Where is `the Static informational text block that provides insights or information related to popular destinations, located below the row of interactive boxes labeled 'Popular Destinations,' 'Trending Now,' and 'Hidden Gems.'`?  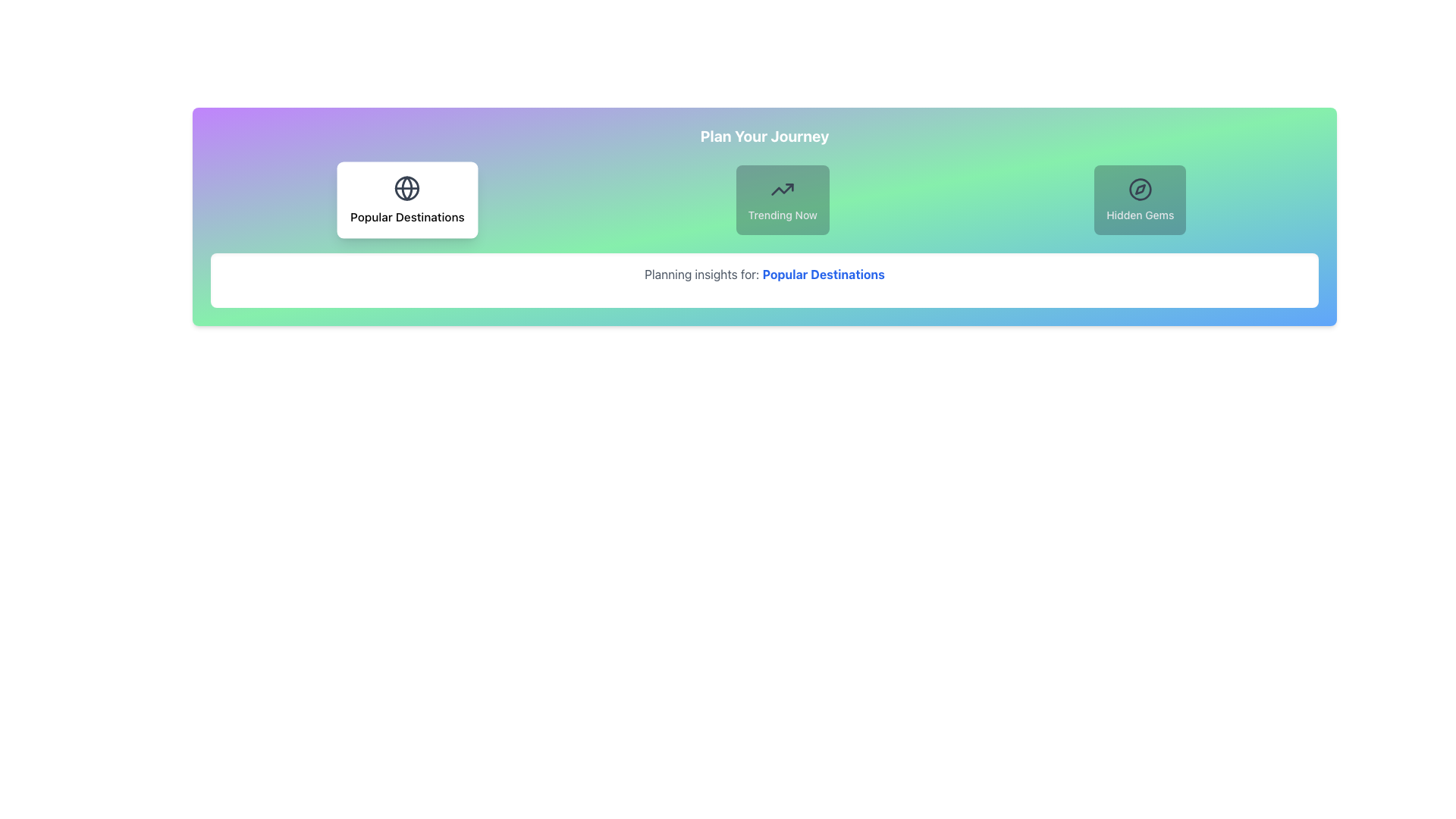
the Static informational text block that provides insights or information related to popular destinations, located below the row of interactive boxes labeled 'Popular Destinations,' 'Trending Now,' and 'Hidden Gems.' is located at coordinates (764, 281).